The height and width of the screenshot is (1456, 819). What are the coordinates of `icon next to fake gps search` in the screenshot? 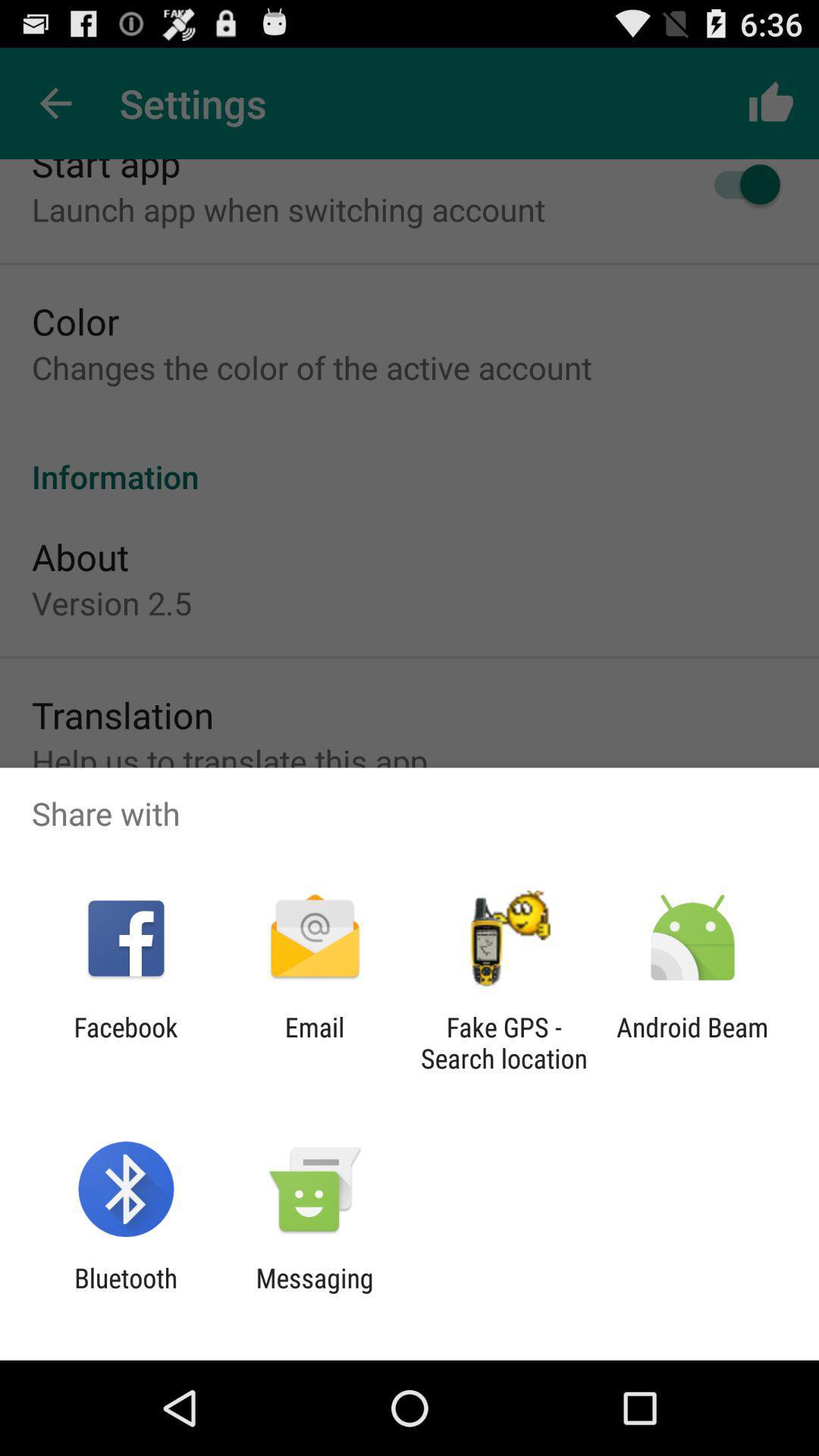 It's located at (314, 1042).